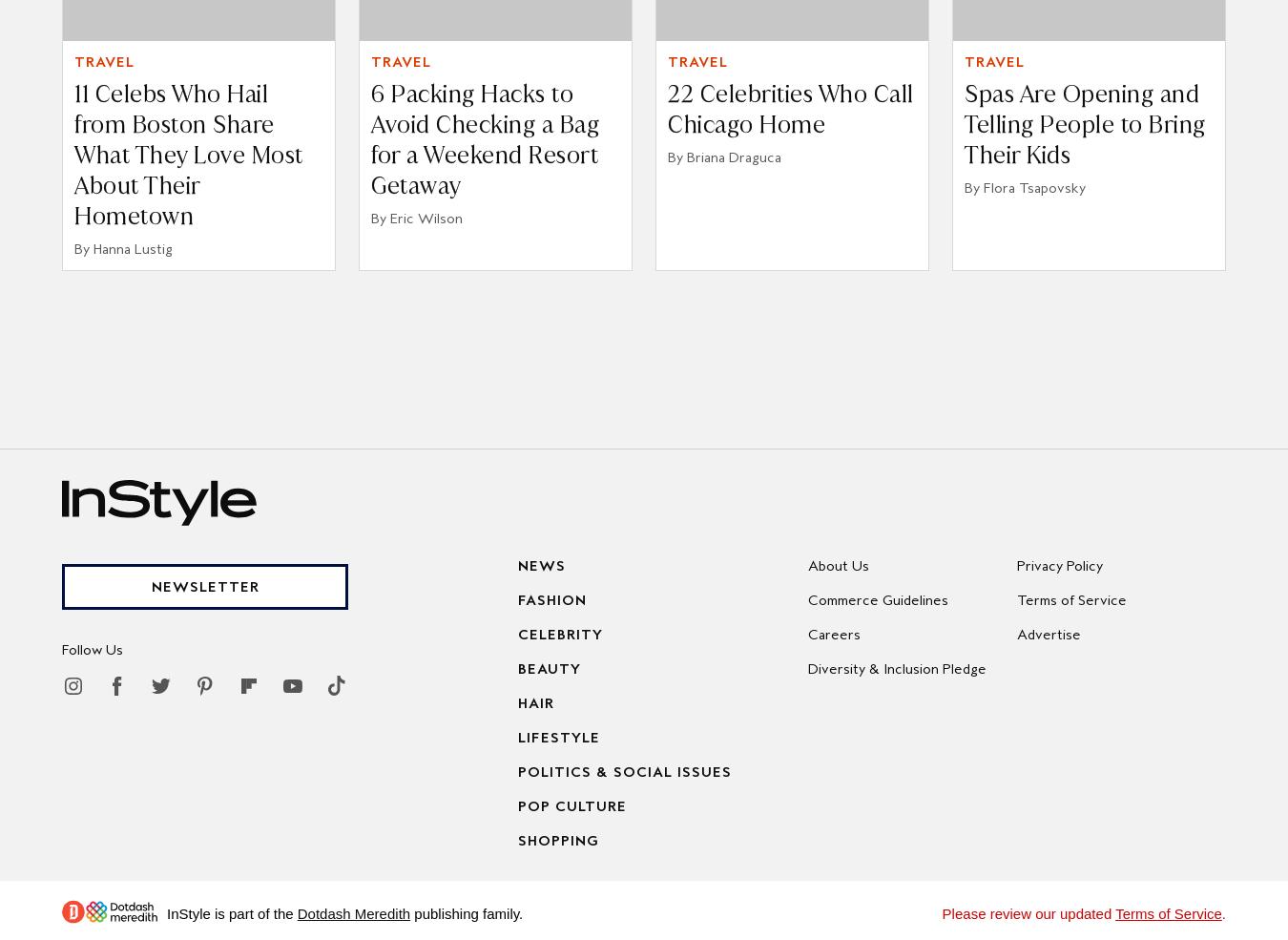 This screenshot has width=1288, height=940. Describe the element at coordinates (1083, 123) in the screenshot. I see `'Spas Are Opening and Telling People to Bring Their Kids'` at that location.